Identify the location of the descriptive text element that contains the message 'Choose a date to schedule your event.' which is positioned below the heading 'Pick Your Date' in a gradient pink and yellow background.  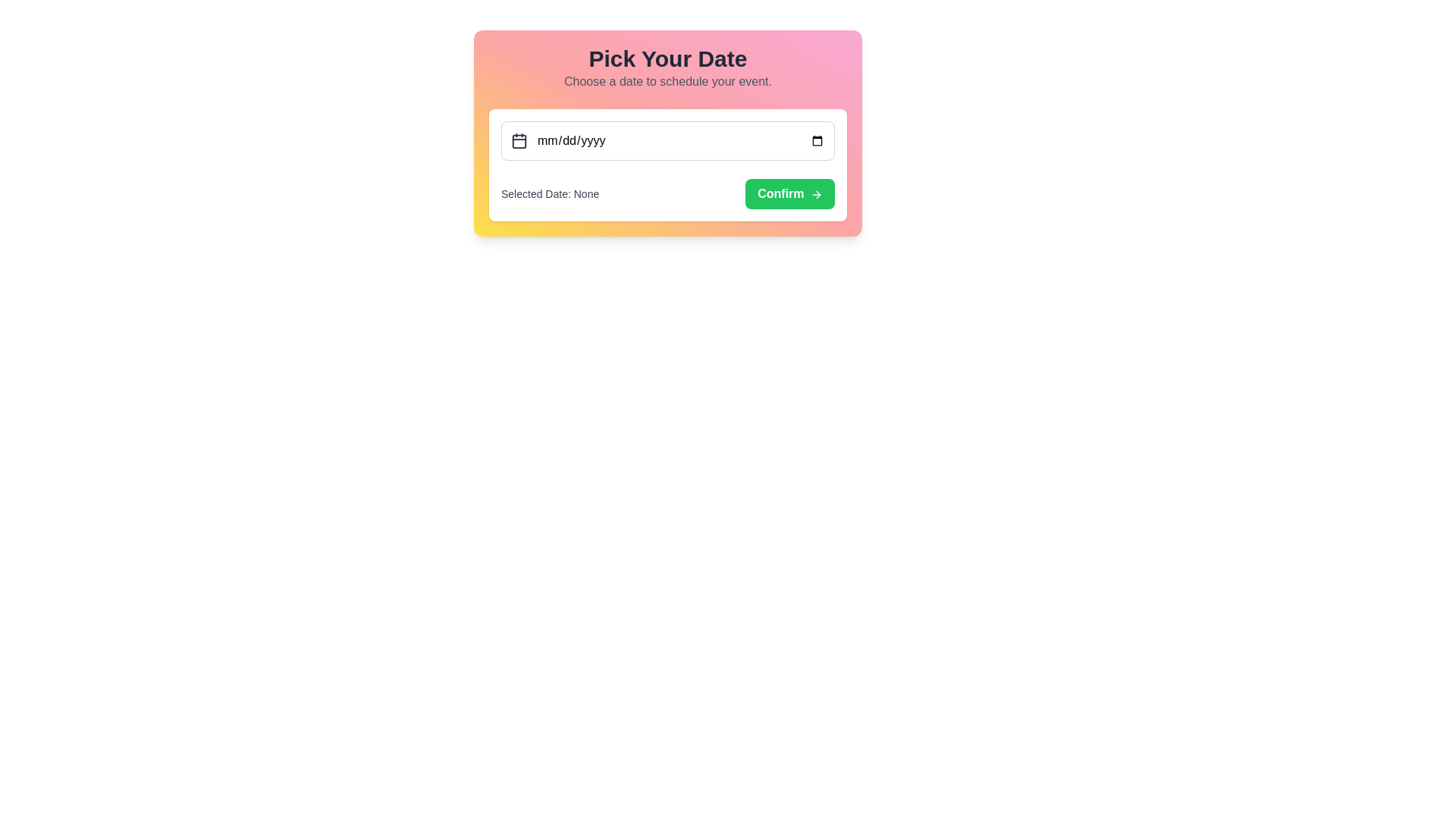
(667, 82).